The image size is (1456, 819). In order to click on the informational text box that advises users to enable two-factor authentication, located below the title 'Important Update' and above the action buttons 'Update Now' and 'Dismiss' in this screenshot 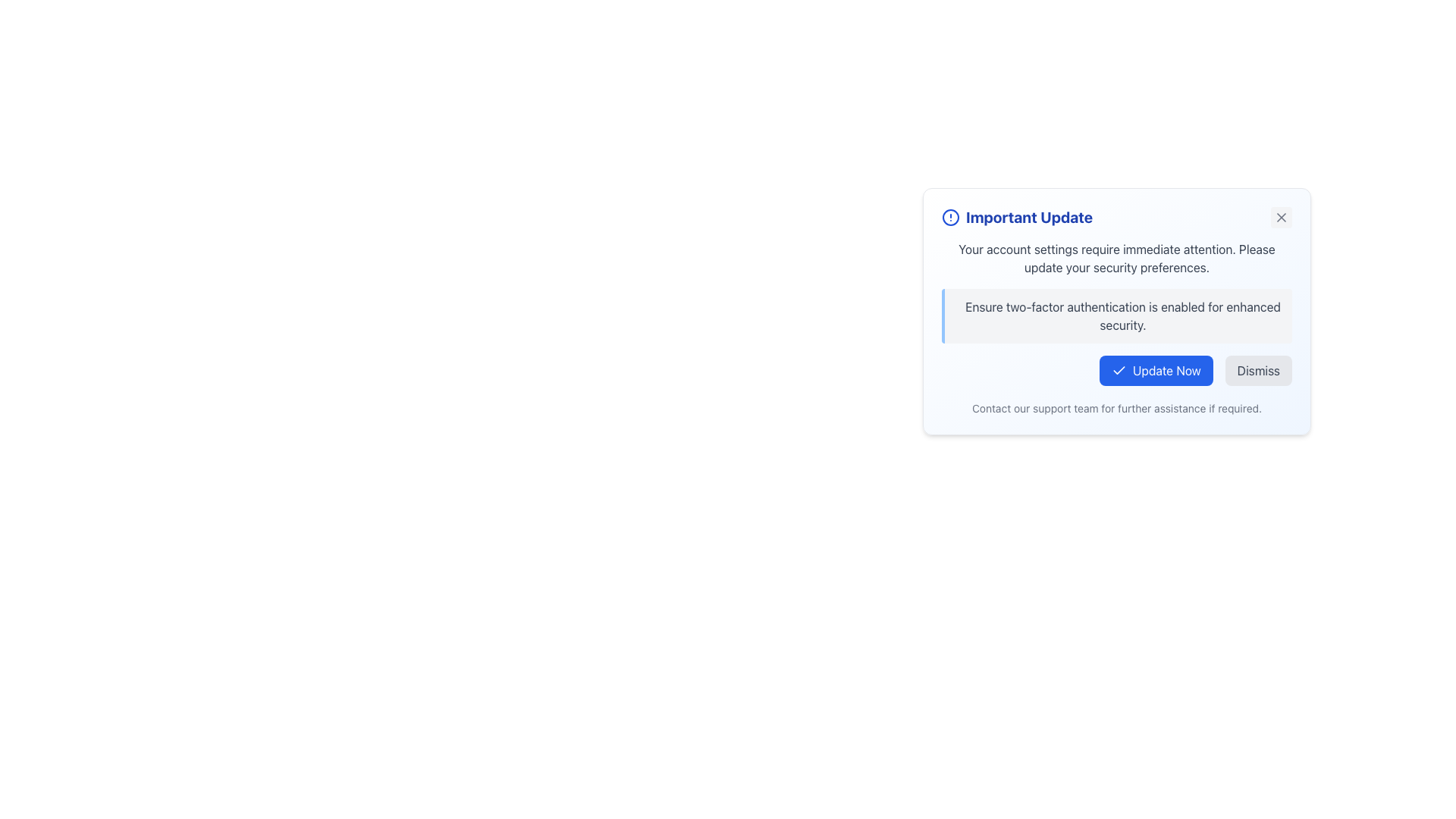, I will do `click(1117, 315)`.